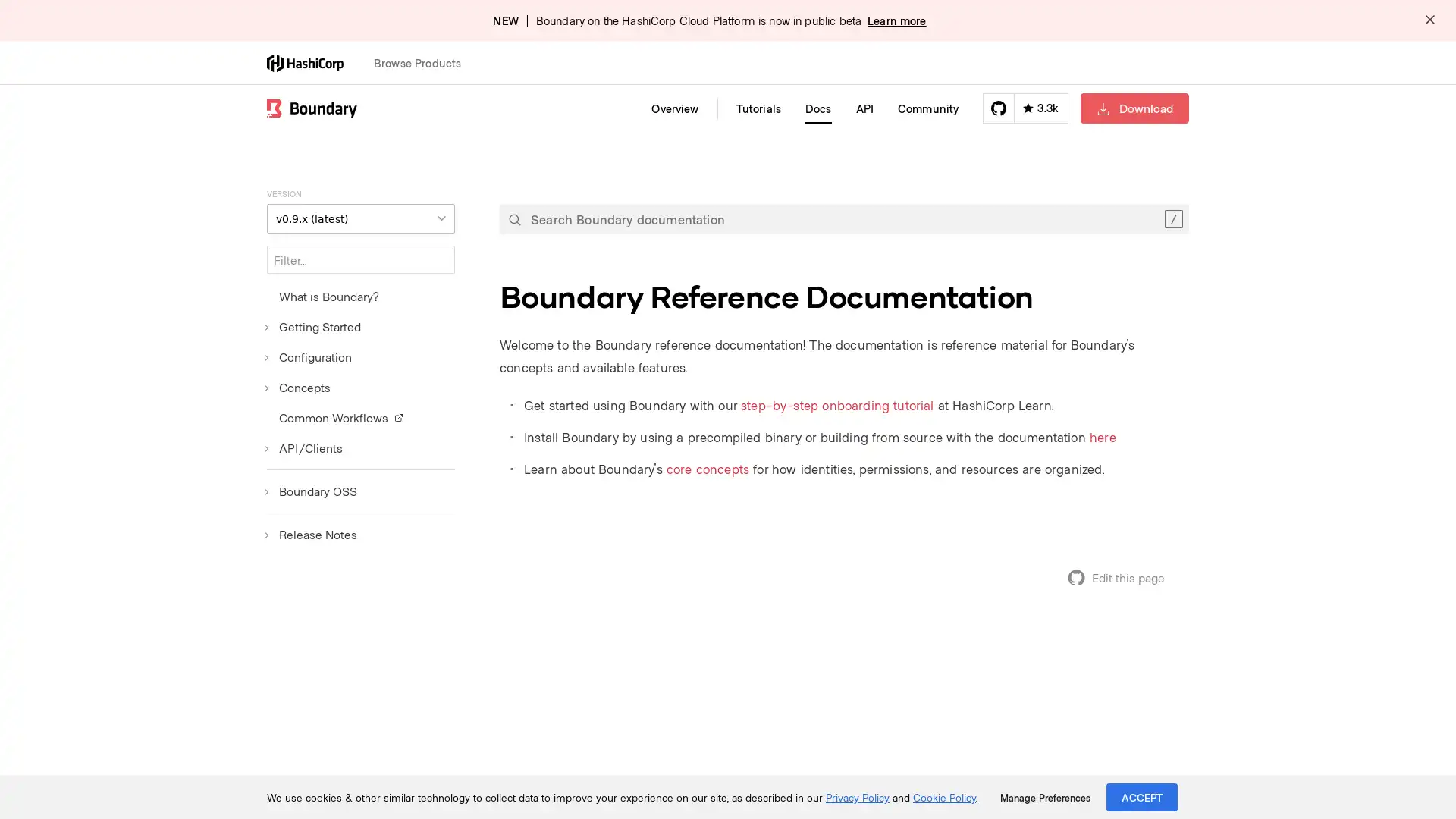 Image resolution: width=1456 pixels, height=819 pixels. I want to click on Concepts, so click(298, 386).